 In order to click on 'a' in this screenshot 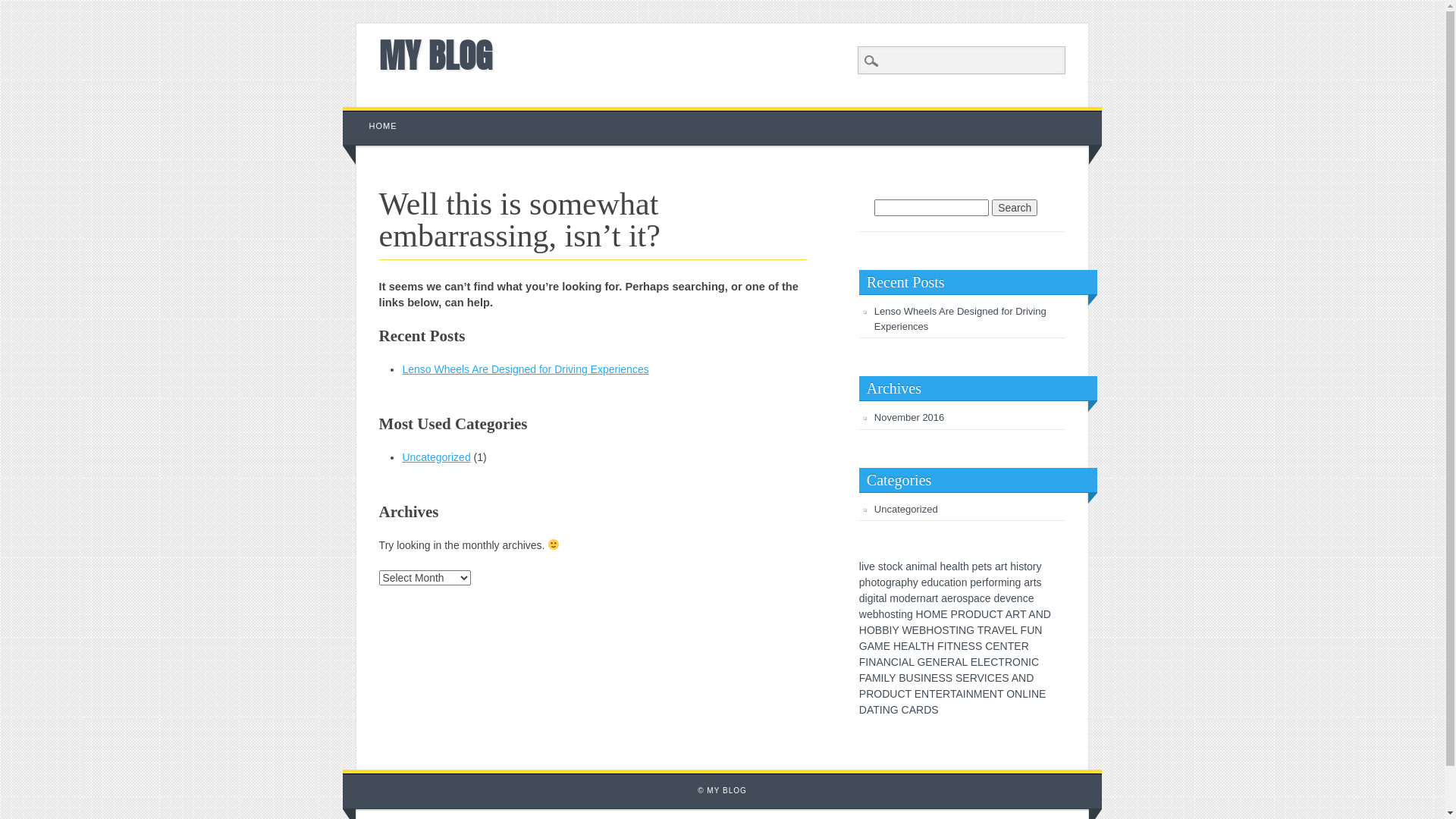, I will do `click(881, 598)`.